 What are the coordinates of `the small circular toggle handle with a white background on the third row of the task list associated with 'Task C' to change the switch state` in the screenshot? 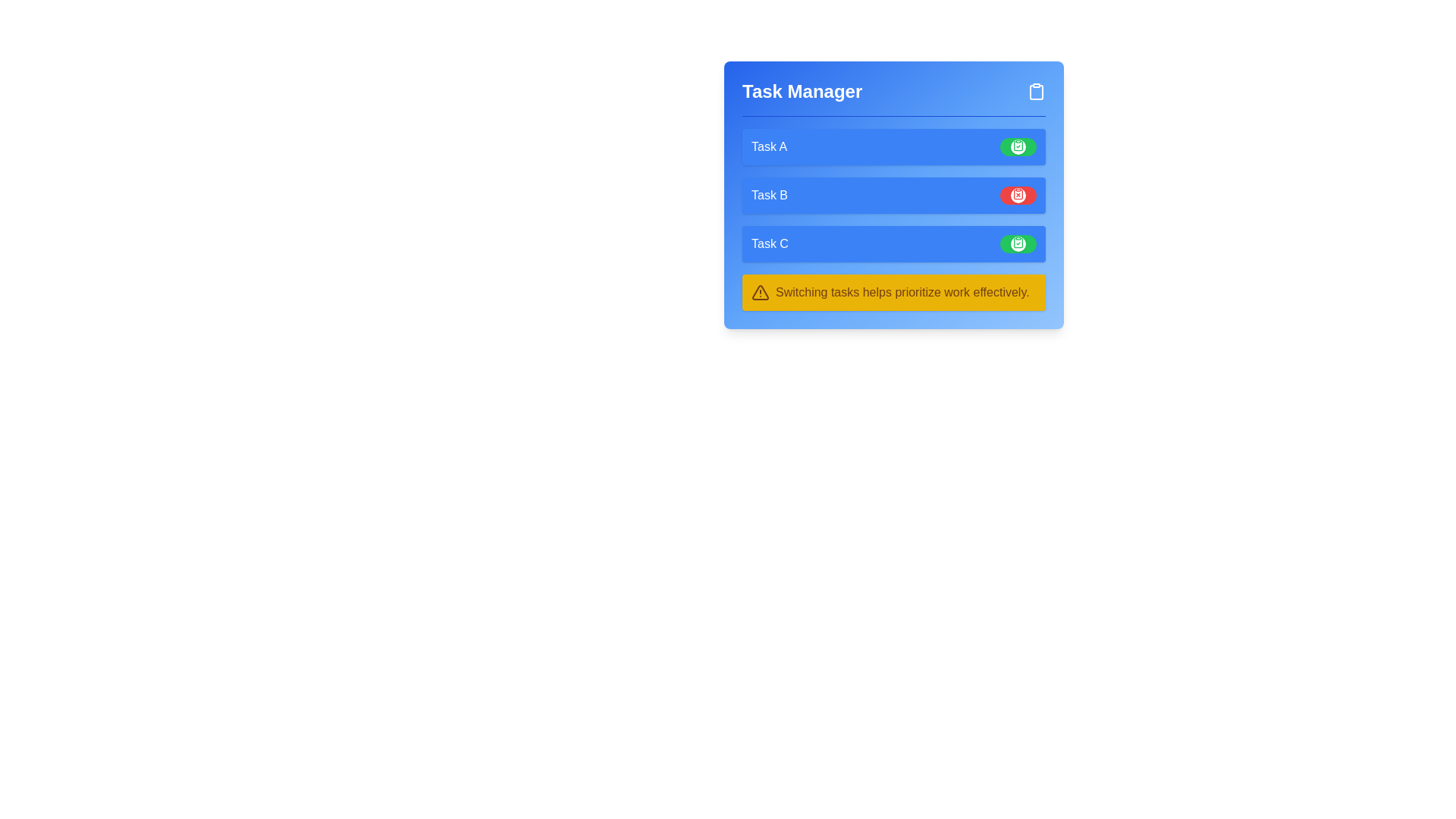 It's located at (1018, 243).